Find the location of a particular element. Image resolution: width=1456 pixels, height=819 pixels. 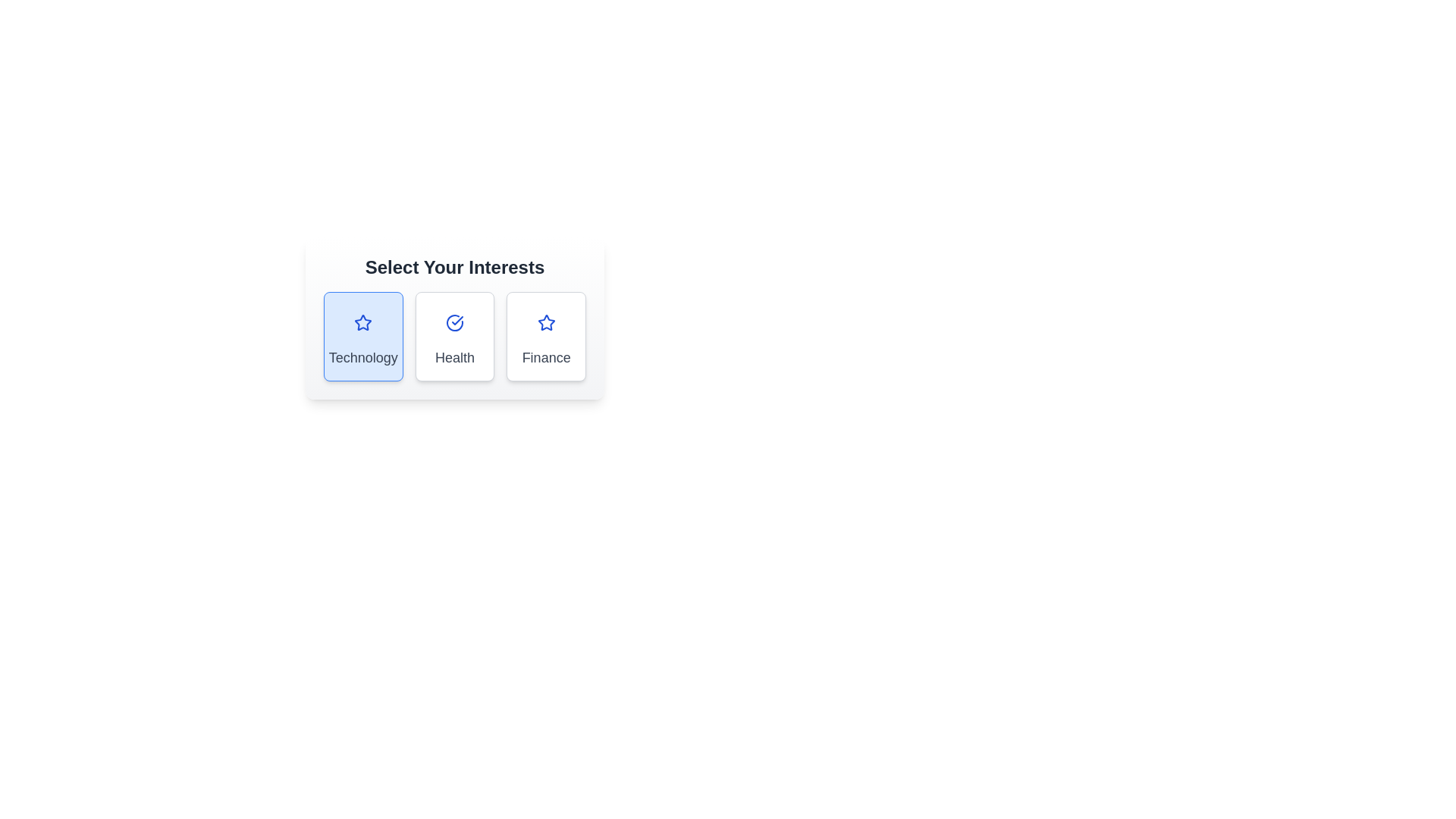

the 'Health' button is located at coordinates (454, 335).